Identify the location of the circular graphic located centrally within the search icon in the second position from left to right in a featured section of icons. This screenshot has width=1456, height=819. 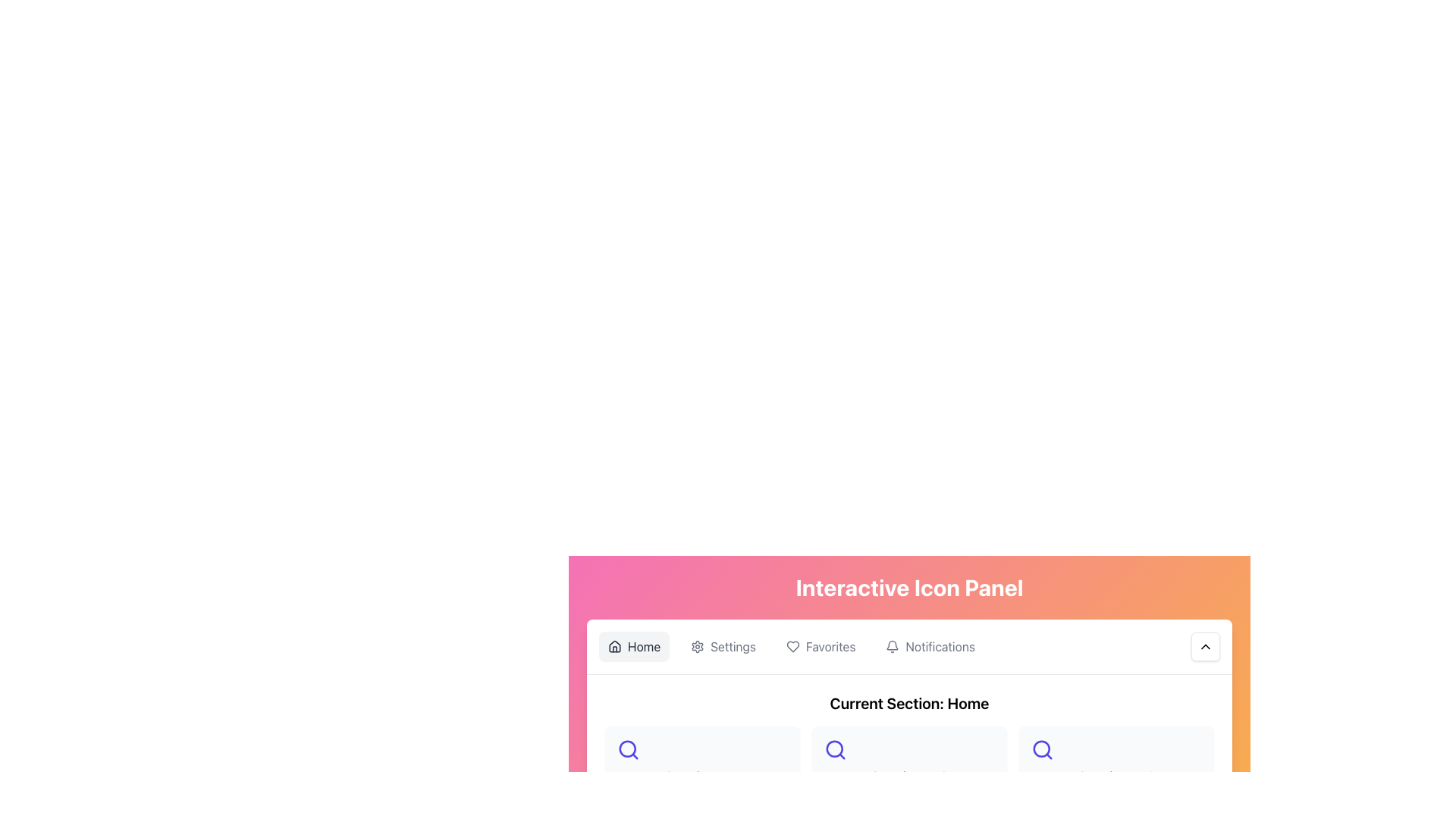
(1040, 748).